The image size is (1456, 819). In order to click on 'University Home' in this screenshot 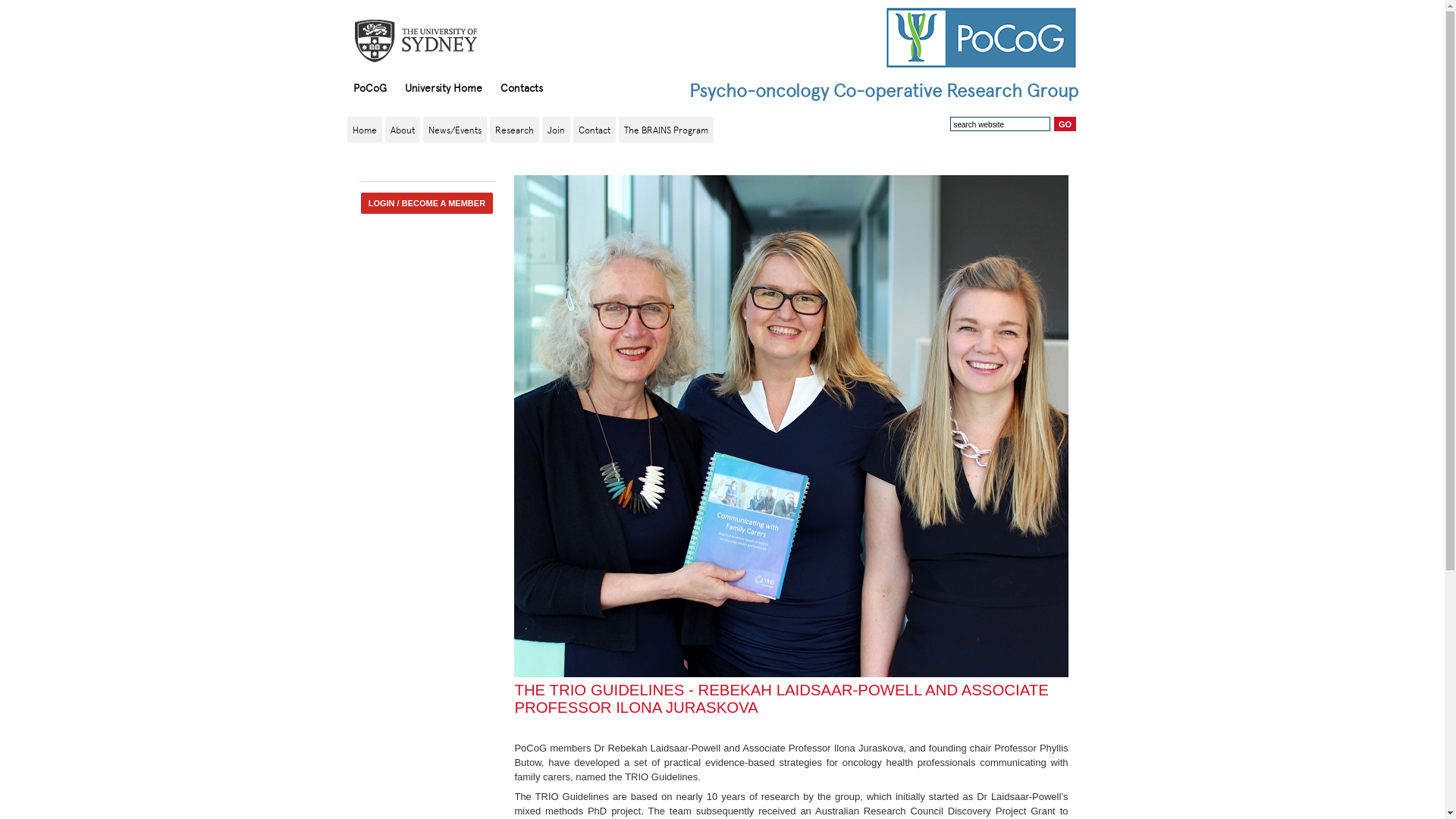, I will do `click(396, 87)`.